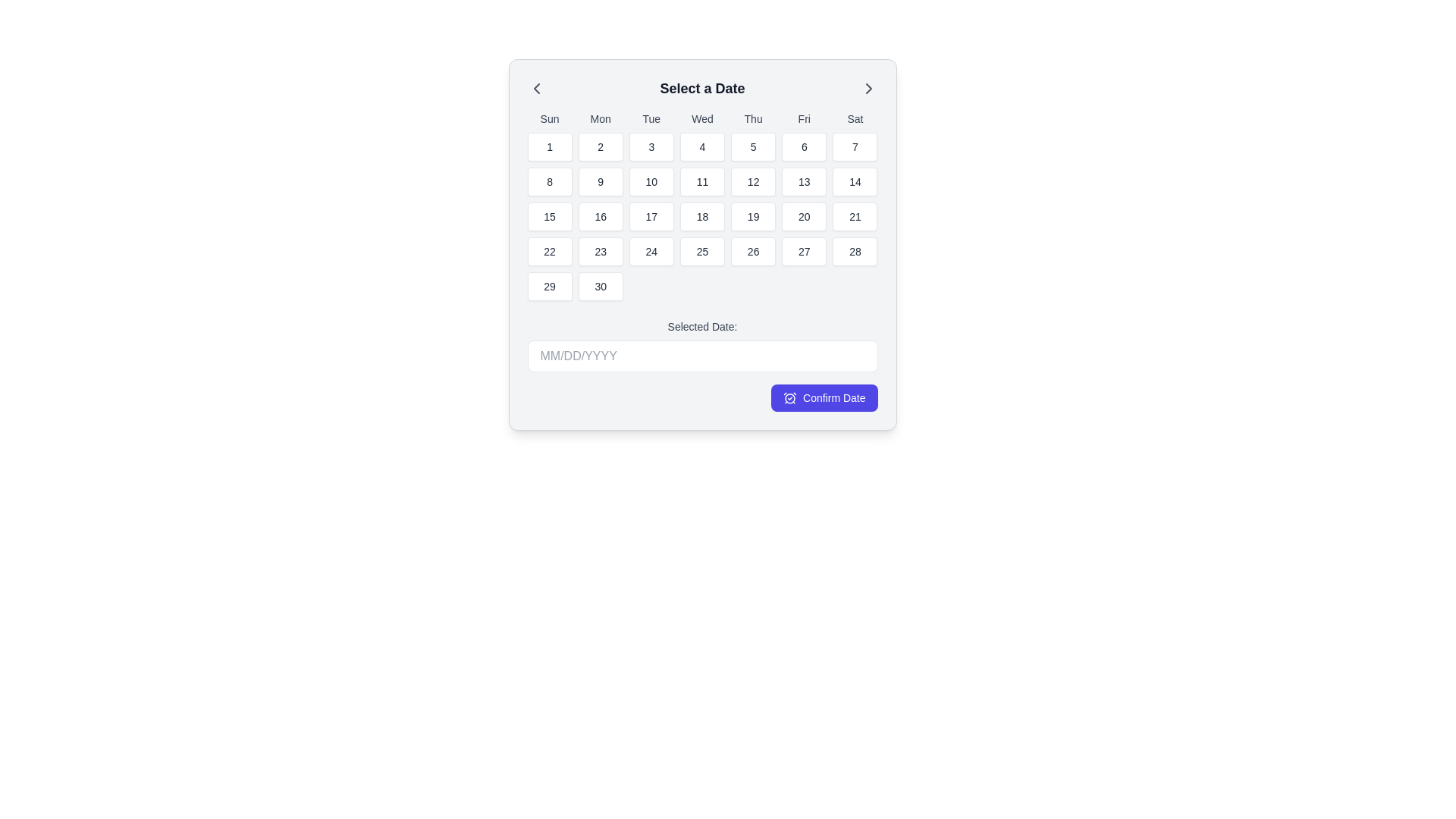 This screenshot has width=1456, height=819. What do you see at coordinates (803, 216) in the screenshot?
I see `the selectable calendar date button for the 20th day in the date picker widget titled 'Select a Date' located in the sixth column of the third row` at bounding box center [803, 216].